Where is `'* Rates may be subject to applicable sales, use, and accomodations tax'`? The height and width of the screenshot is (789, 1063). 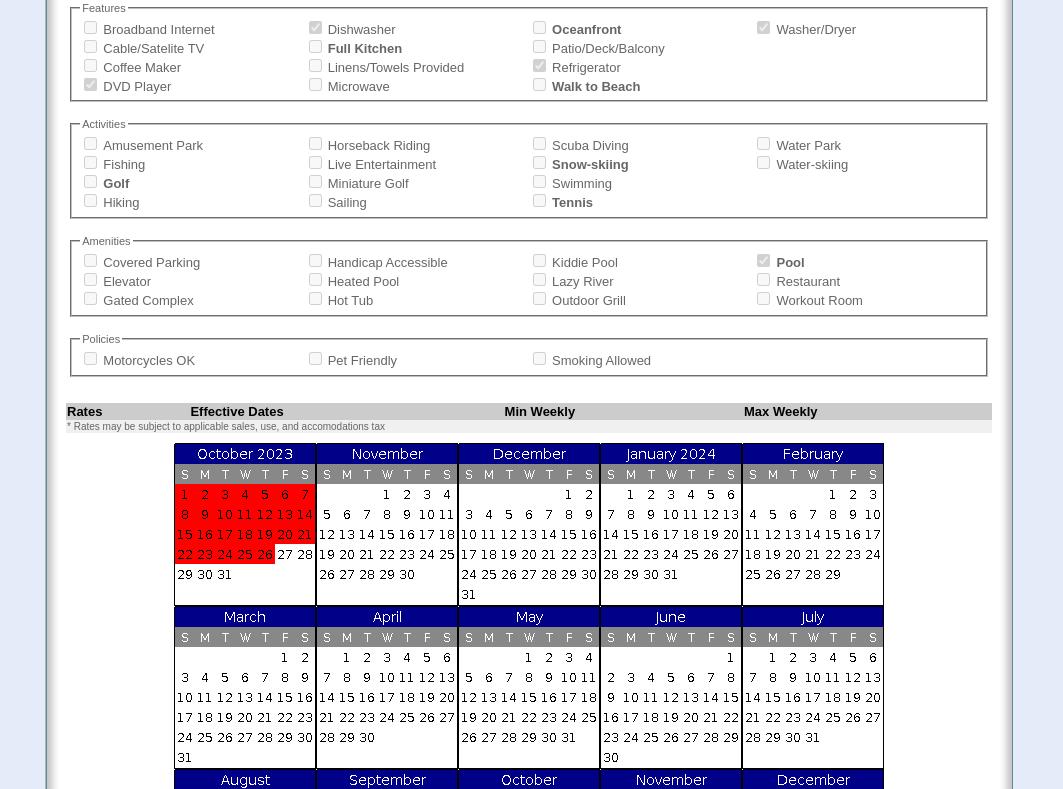
'* Rates may be subject to applicable sales, use, and accomodations tax' is located at coordinates (225, 425).